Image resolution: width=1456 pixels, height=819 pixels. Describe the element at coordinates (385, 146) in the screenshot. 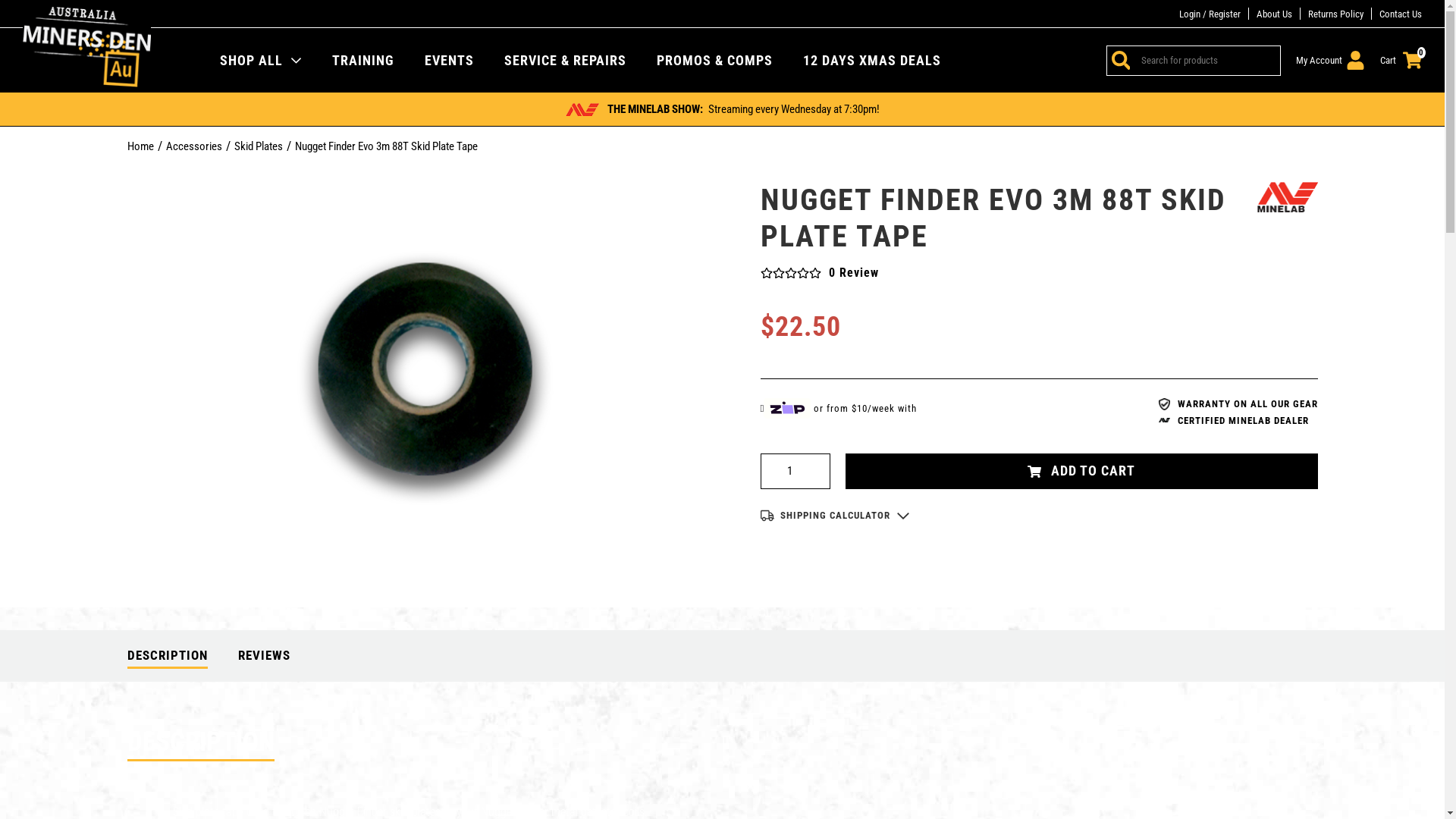

I see `'Nugget Finder Evo 3m 88T Skid Plate Tape'` at that location.